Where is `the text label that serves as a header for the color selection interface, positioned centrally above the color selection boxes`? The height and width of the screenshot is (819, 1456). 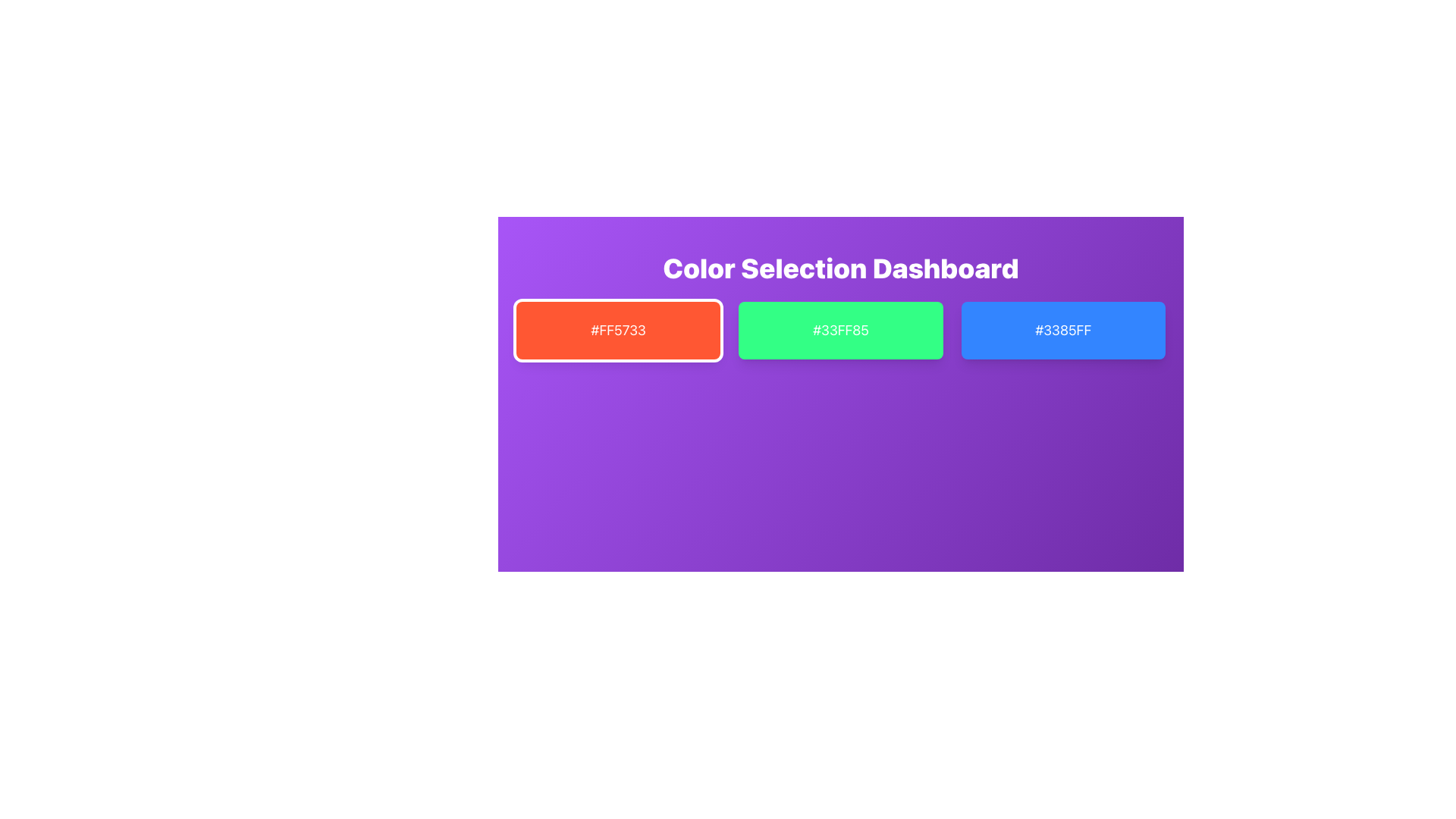 the text label that serves as a header for the color selection interface, positioned centrally above the color selection boxes is located at coordinates (839, 268).